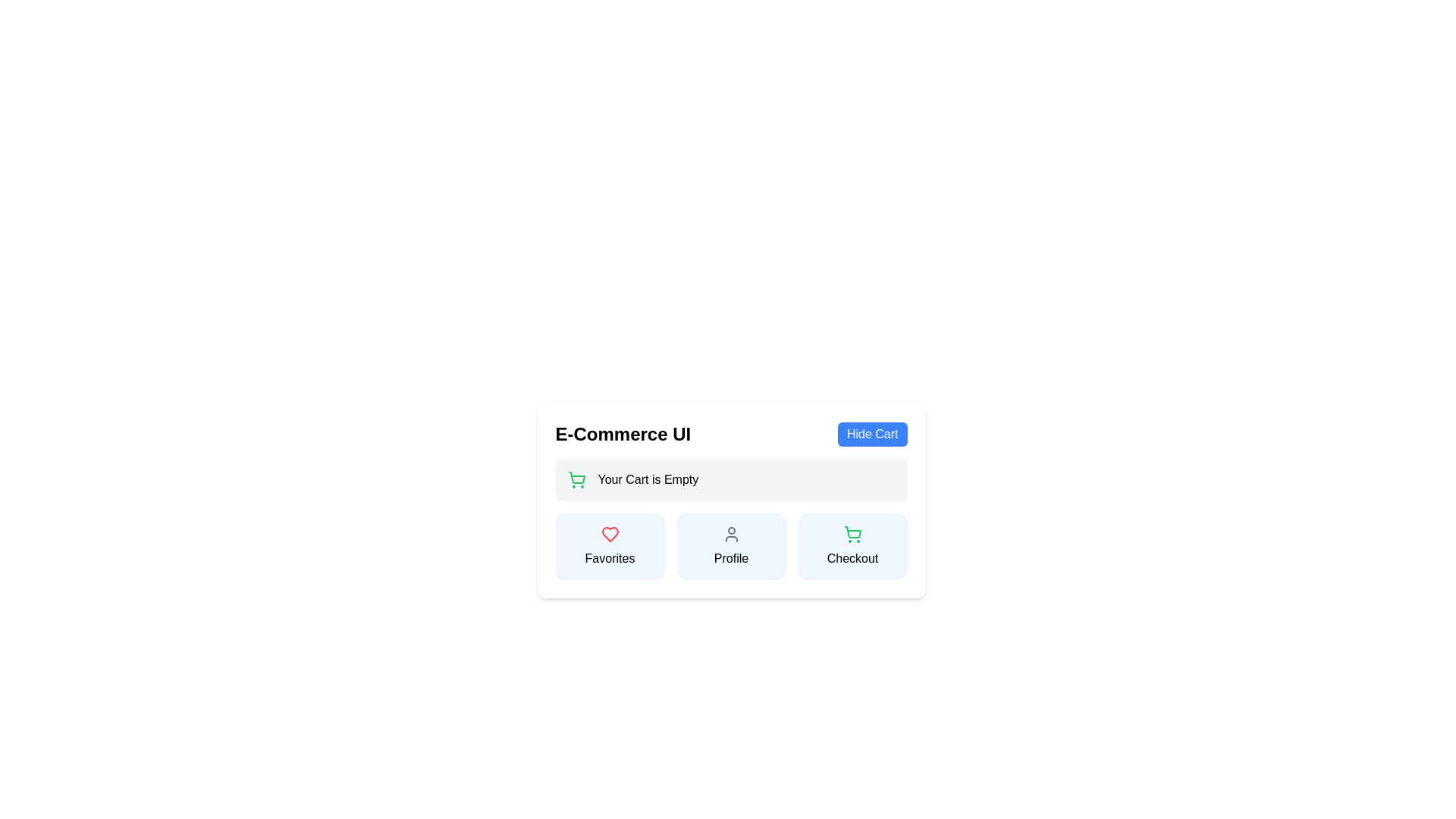 The image size is (1456, 819). What do you see at coordinates (610, 558) in the screenshot?
I see `the 'Favorites' text label, which is styled in dark color on a light background and located below a heart icon in the leftmost column of the grid` at bounding box center [610, 558].